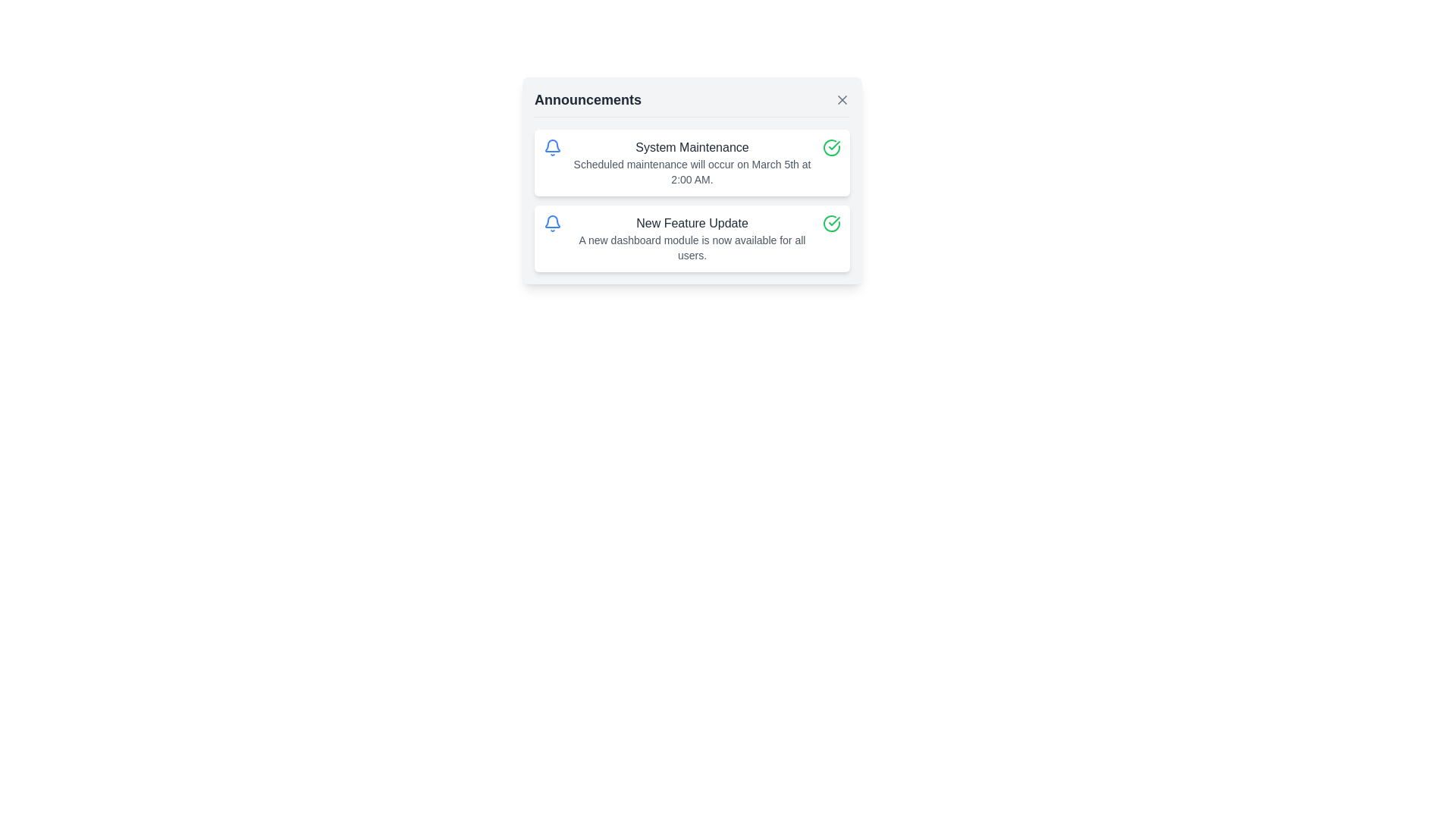  What do you see at coordinates (691, 223) in the screenshot?
I see `the title text of the second announcement notification block, which is centrally aligned below the bell icon, to focus on it` at bounding box center [691, 223].